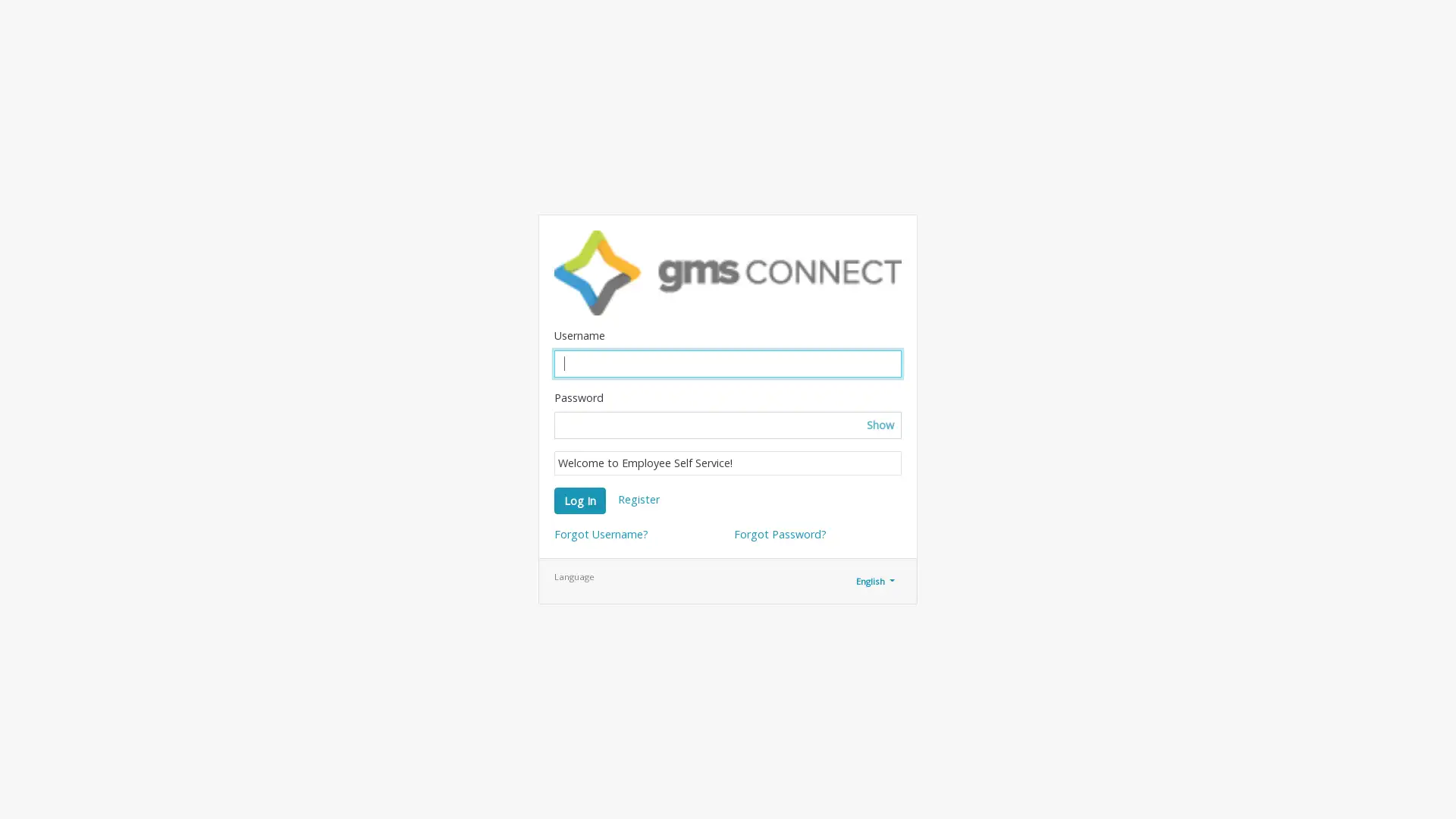 This screenshot has height=819, width=1456. What do you see at coordinates (579, 500) in the screenshot?
I see `Log In` at bounding box center [579, 500].